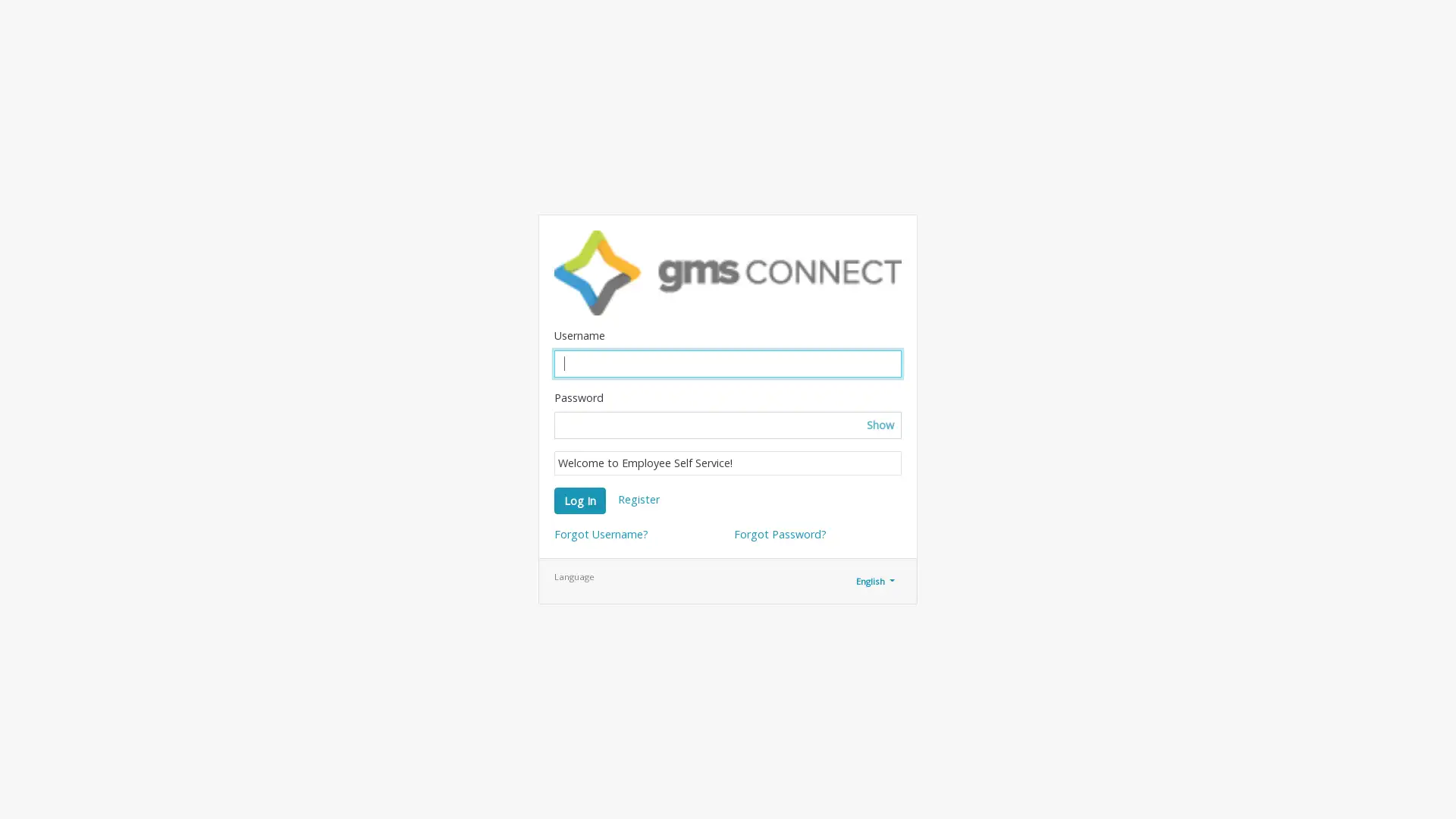 This screenshot has height=819, width=1456. What do you see at coordinates (579, 500) in the screenshot?
I see `Log In` at bounding box center [579, 500].